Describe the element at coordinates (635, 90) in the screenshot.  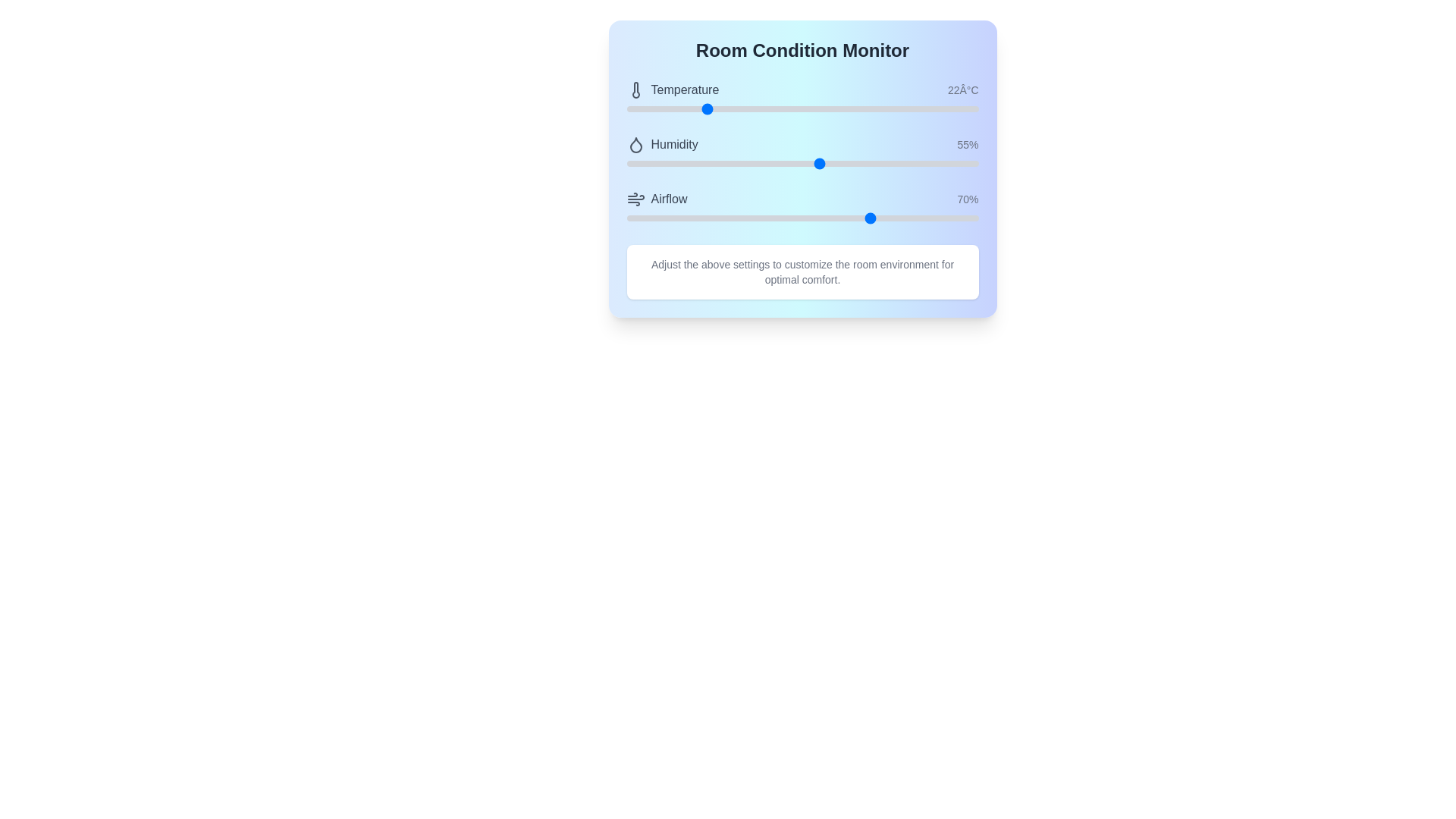
I see `the decorative icon representing temperature functionality, located to the left of the 'Temperature' label` at that location.